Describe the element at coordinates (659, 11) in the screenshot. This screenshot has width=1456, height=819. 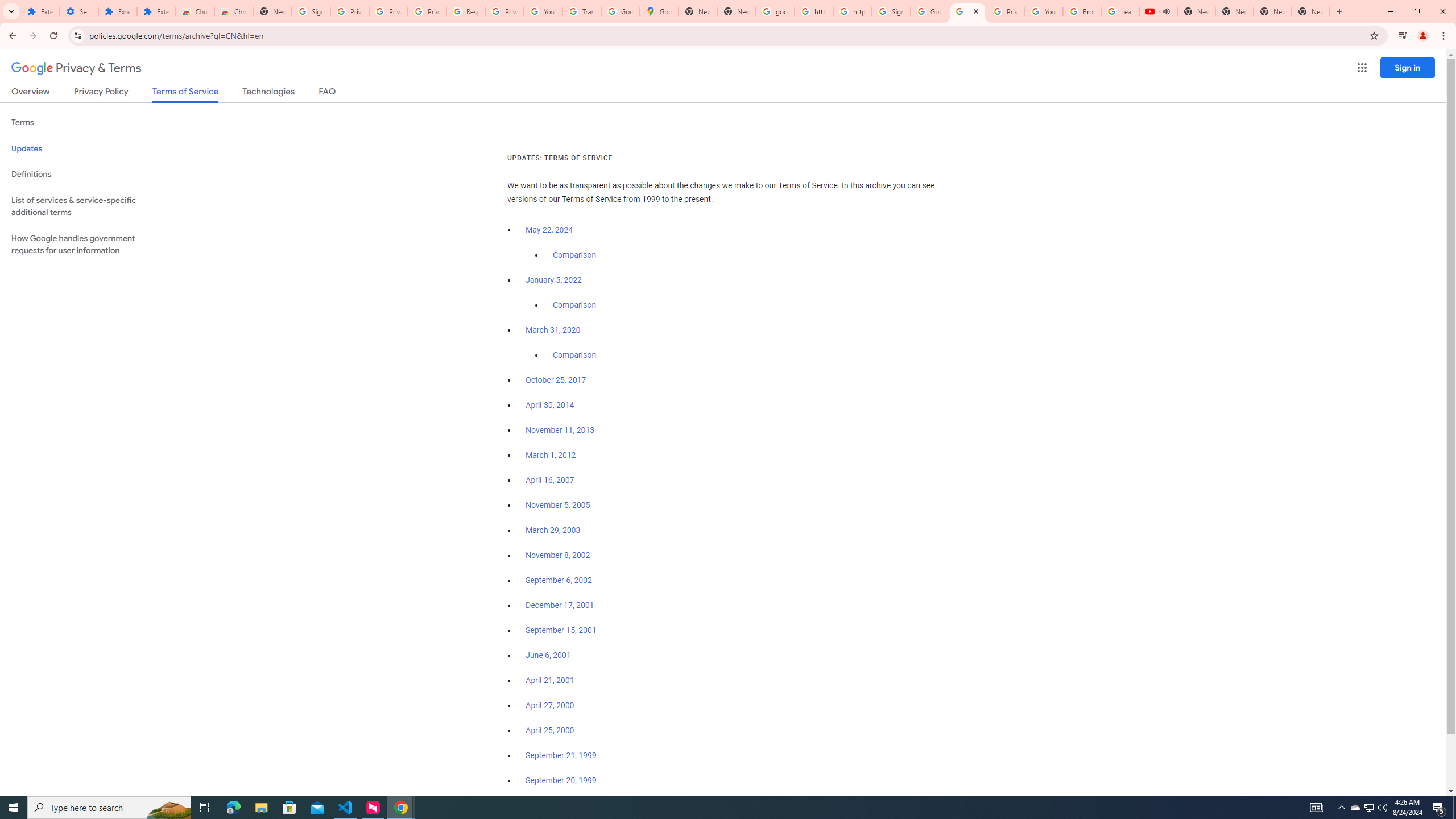
I see `'Google Maps'` at that location.